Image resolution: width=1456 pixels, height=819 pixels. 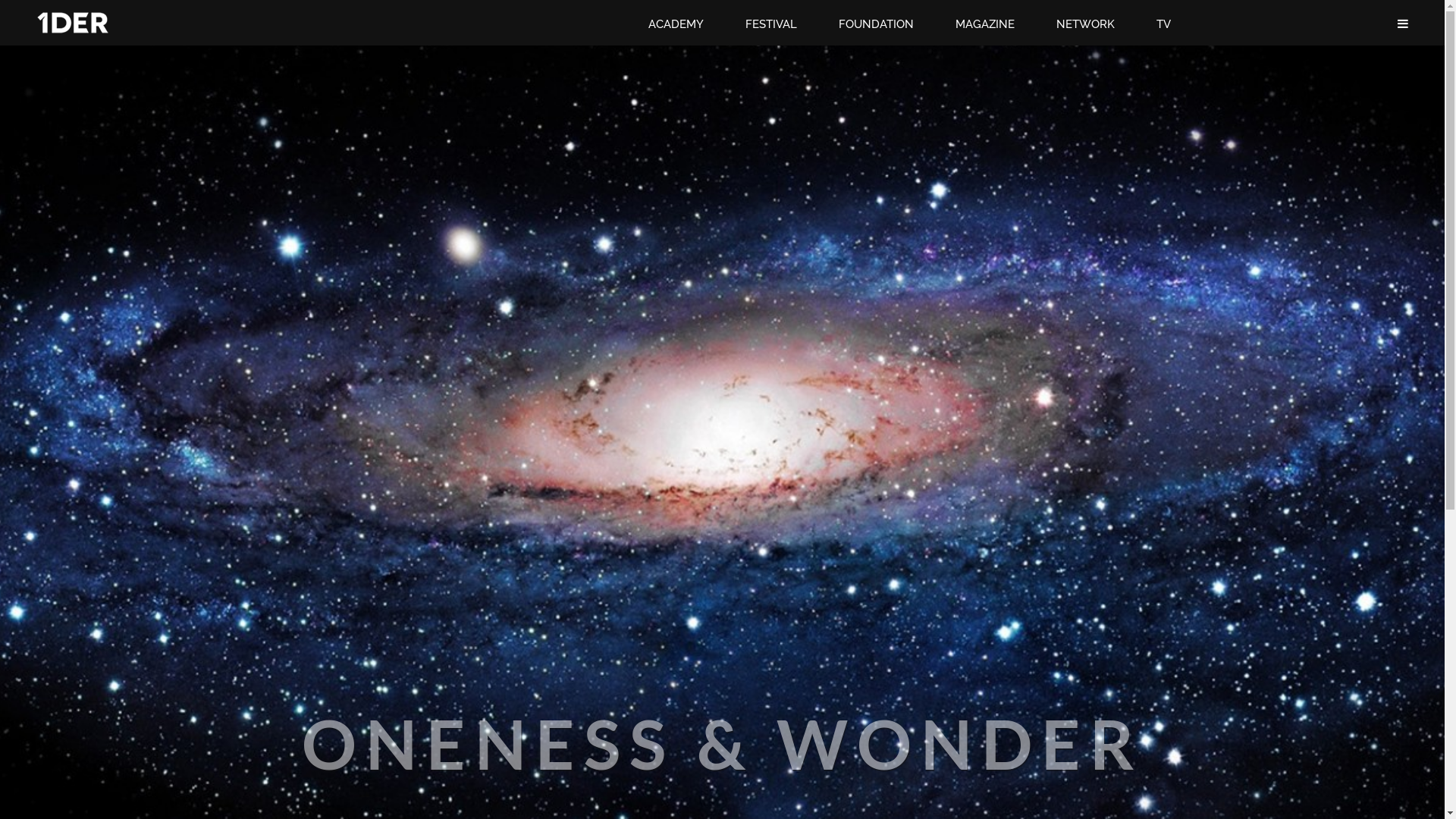 What do you see at coordinates (745, 24) in the screenshot?
I see `'FESTIVAL'` at bounding box center [745, 24].